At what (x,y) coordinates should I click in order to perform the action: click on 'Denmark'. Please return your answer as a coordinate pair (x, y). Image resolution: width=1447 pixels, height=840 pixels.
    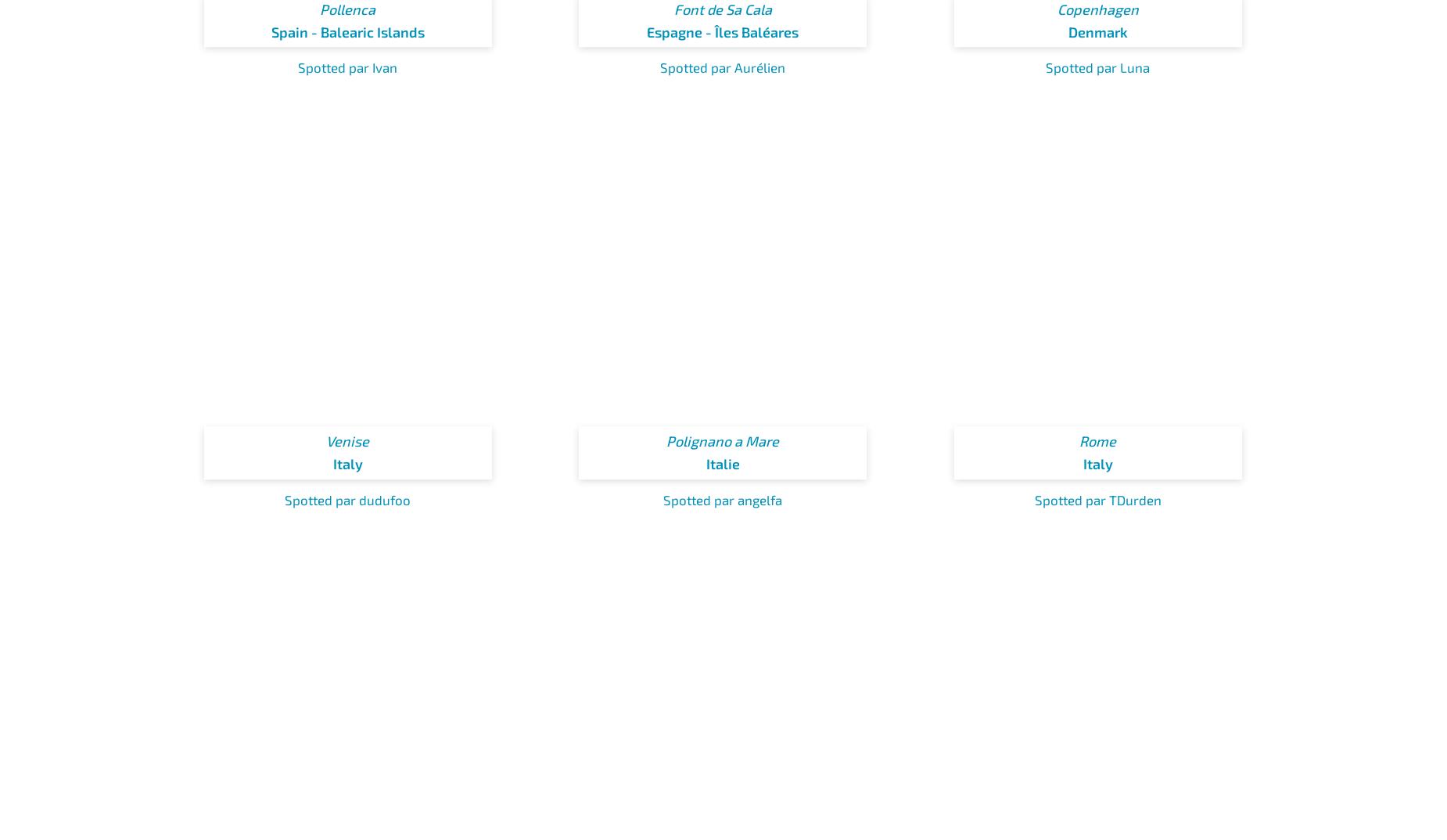
    Looking at the image, I should click on (1097, 30).